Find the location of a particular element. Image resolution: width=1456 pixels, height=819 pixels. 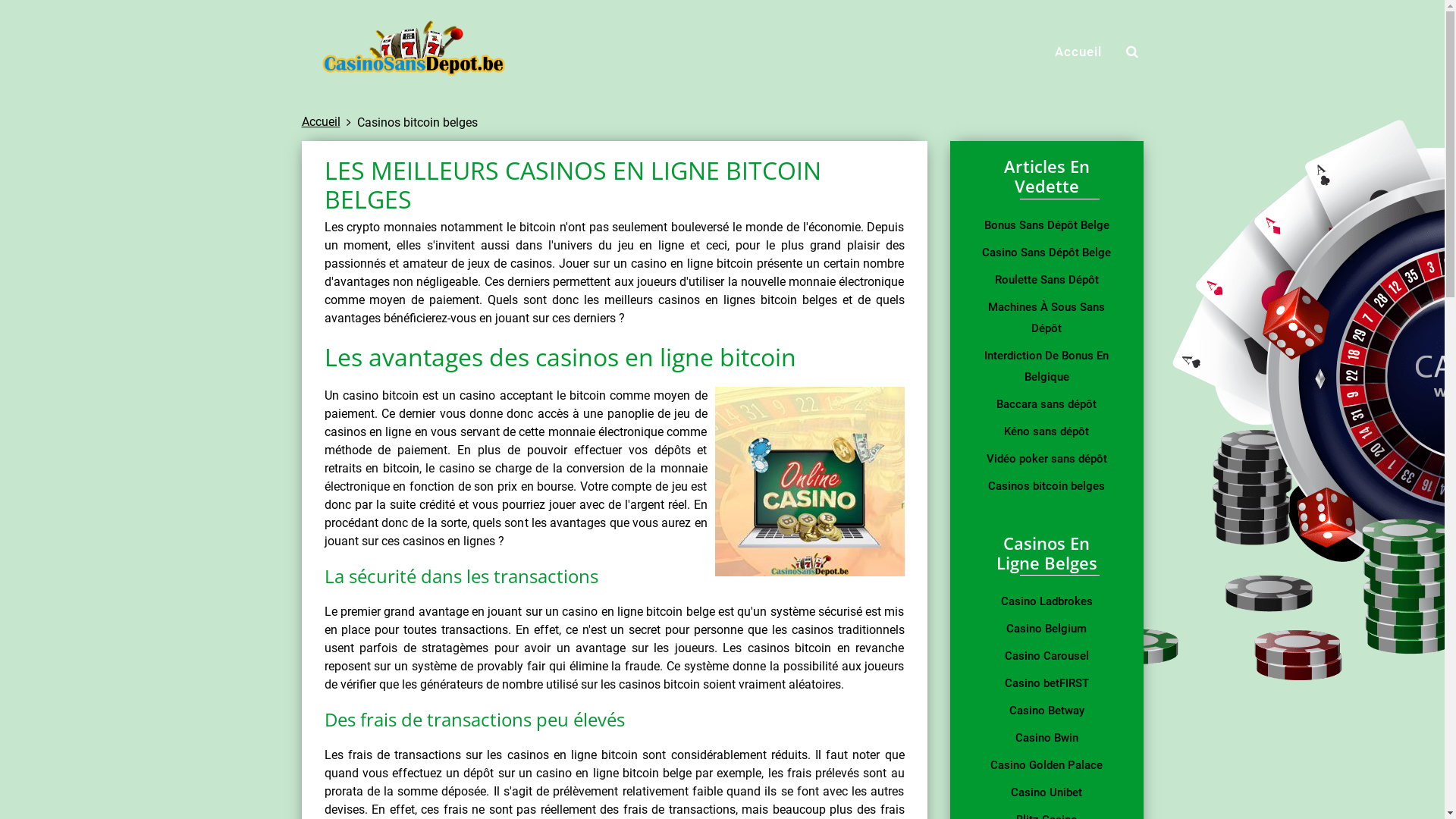

'Accueil' is located at coordinates (320, 121).